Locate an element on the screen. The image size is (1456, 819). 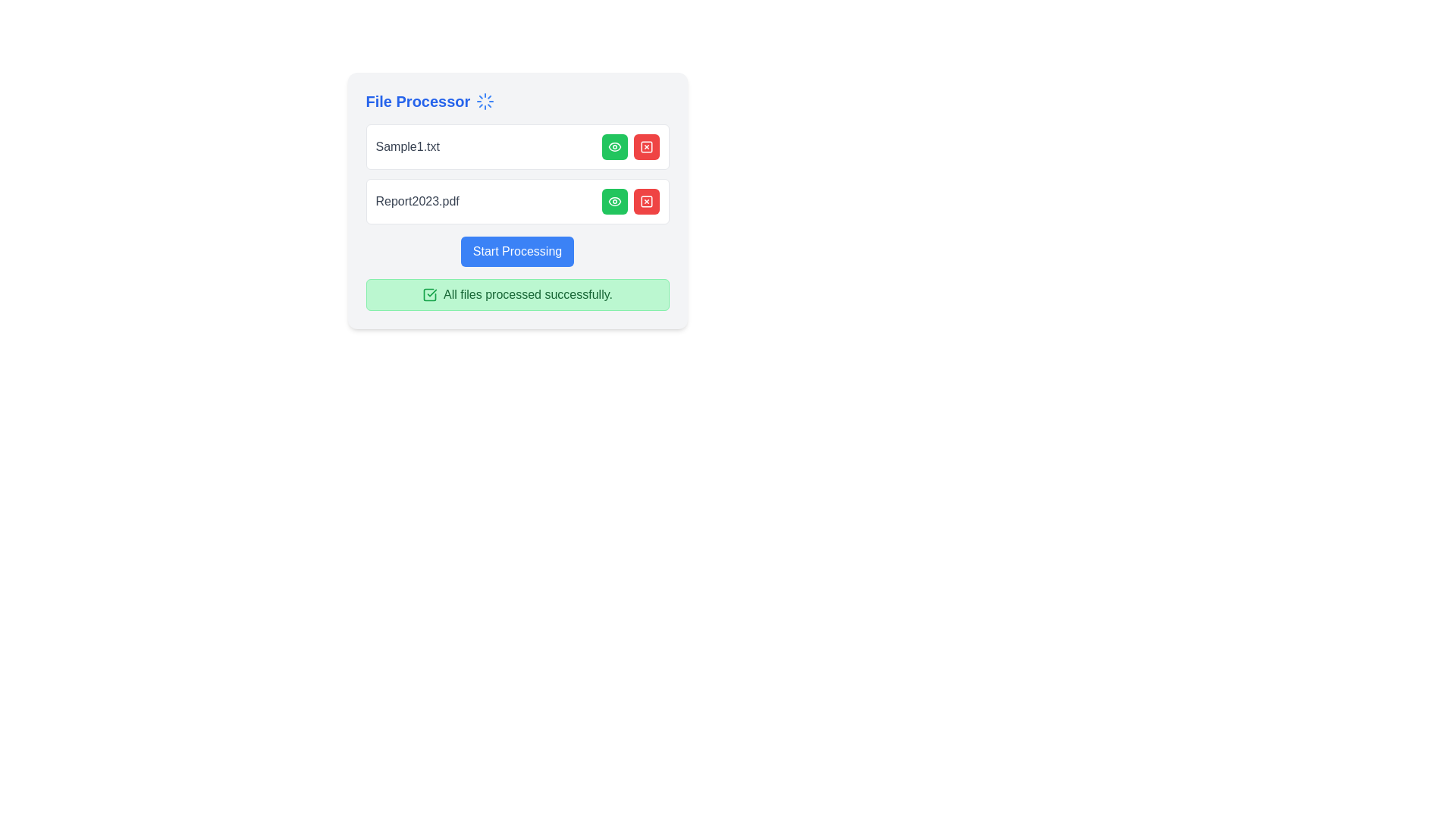
the first interactive green button in the 'File Processor' section is located at coordinates (614, 146).